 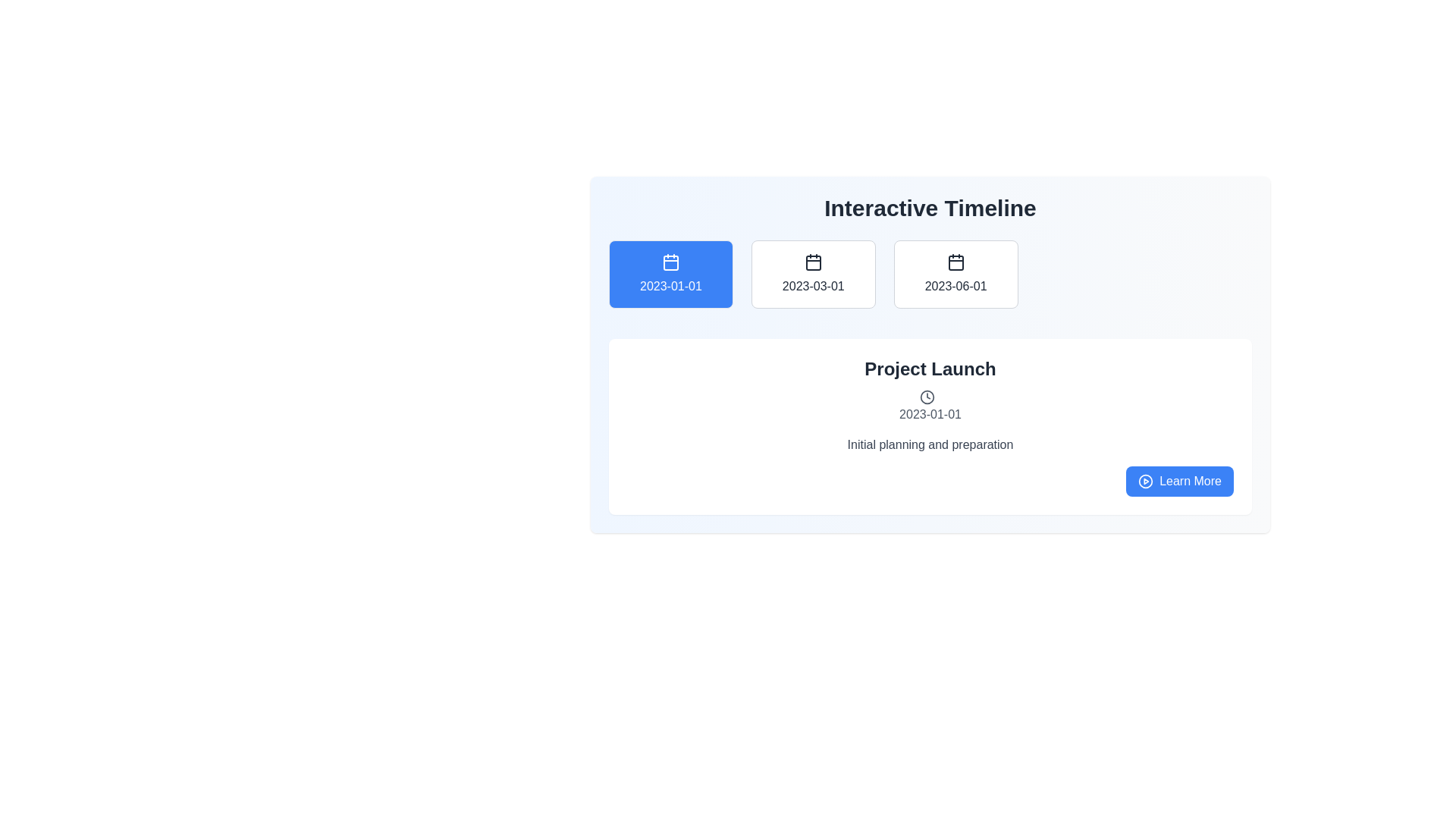 I want to click on the static text label that provides descriptive information regarding the preparation phase of the timeline, located beneath the date indicator '2023-01-01' and above the 'Learn More' button, so click(x=930, y=444).